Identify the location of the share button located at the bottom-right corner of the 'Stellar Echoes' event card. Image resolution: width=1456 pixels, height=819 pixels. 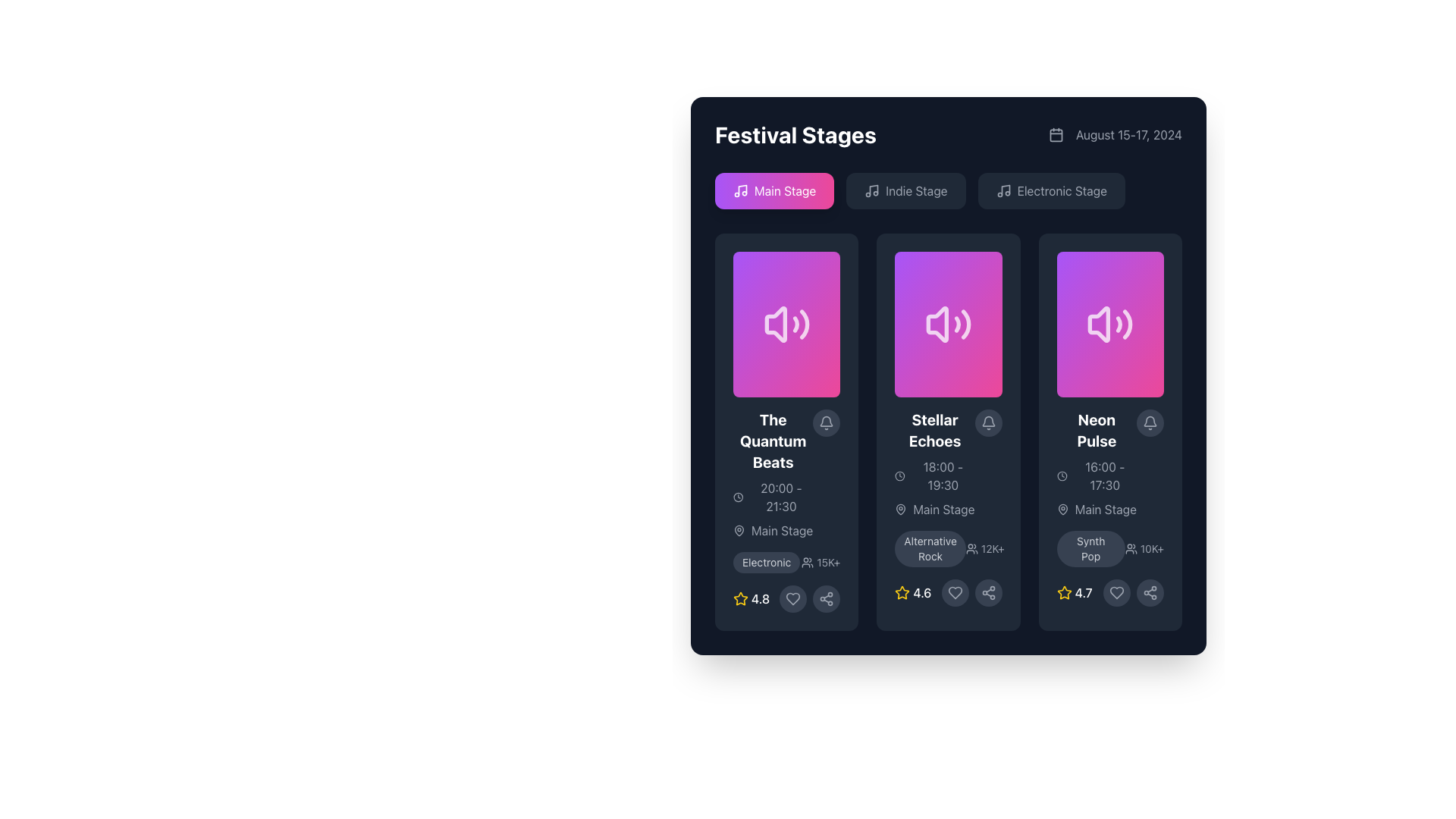
(988, 592).